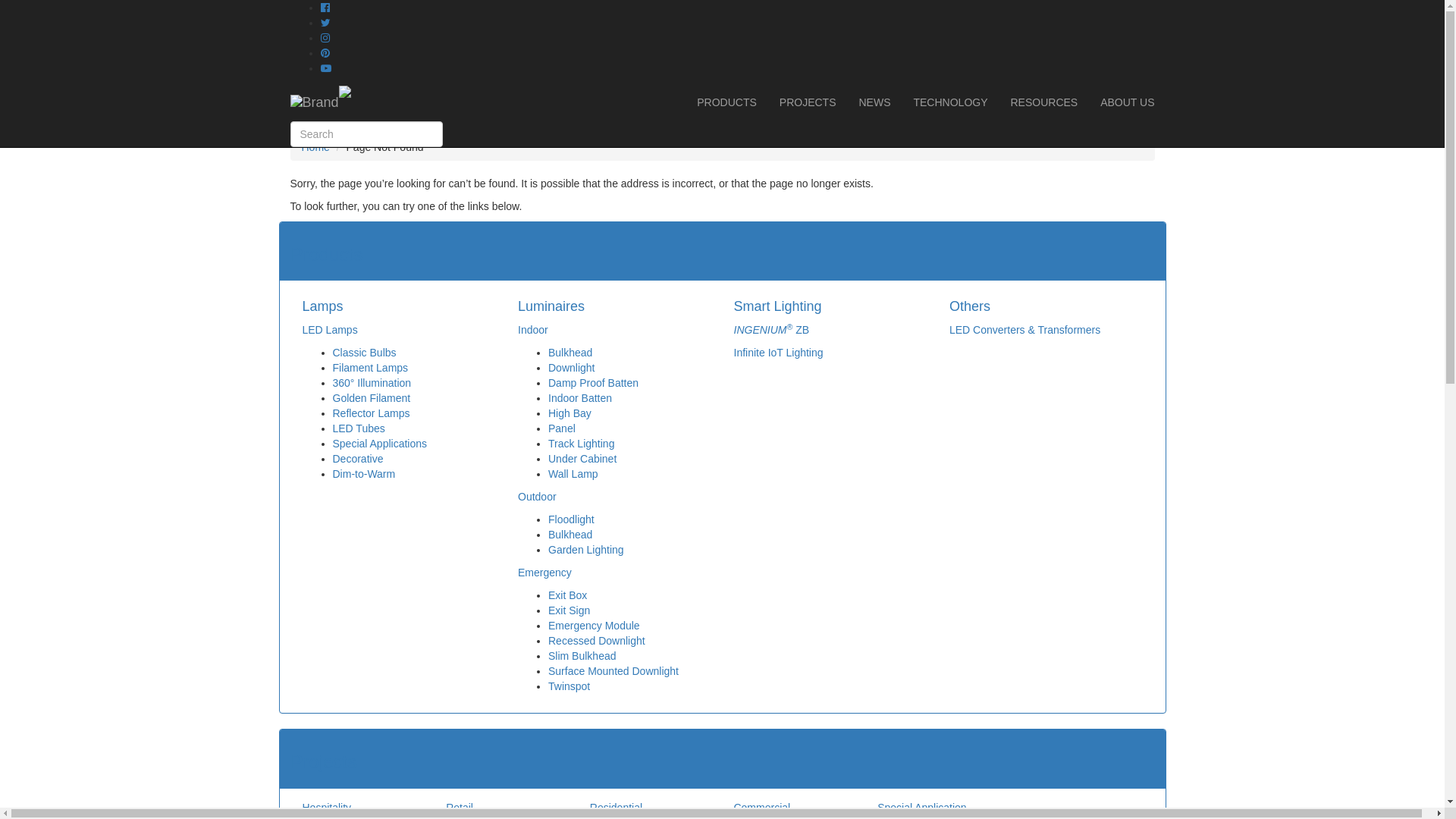 The image size is (1456, 819). What do you see at coordinates (570, 519) in the screenshot?
I see `'Floodlight'` at bounding box center [570, 519].